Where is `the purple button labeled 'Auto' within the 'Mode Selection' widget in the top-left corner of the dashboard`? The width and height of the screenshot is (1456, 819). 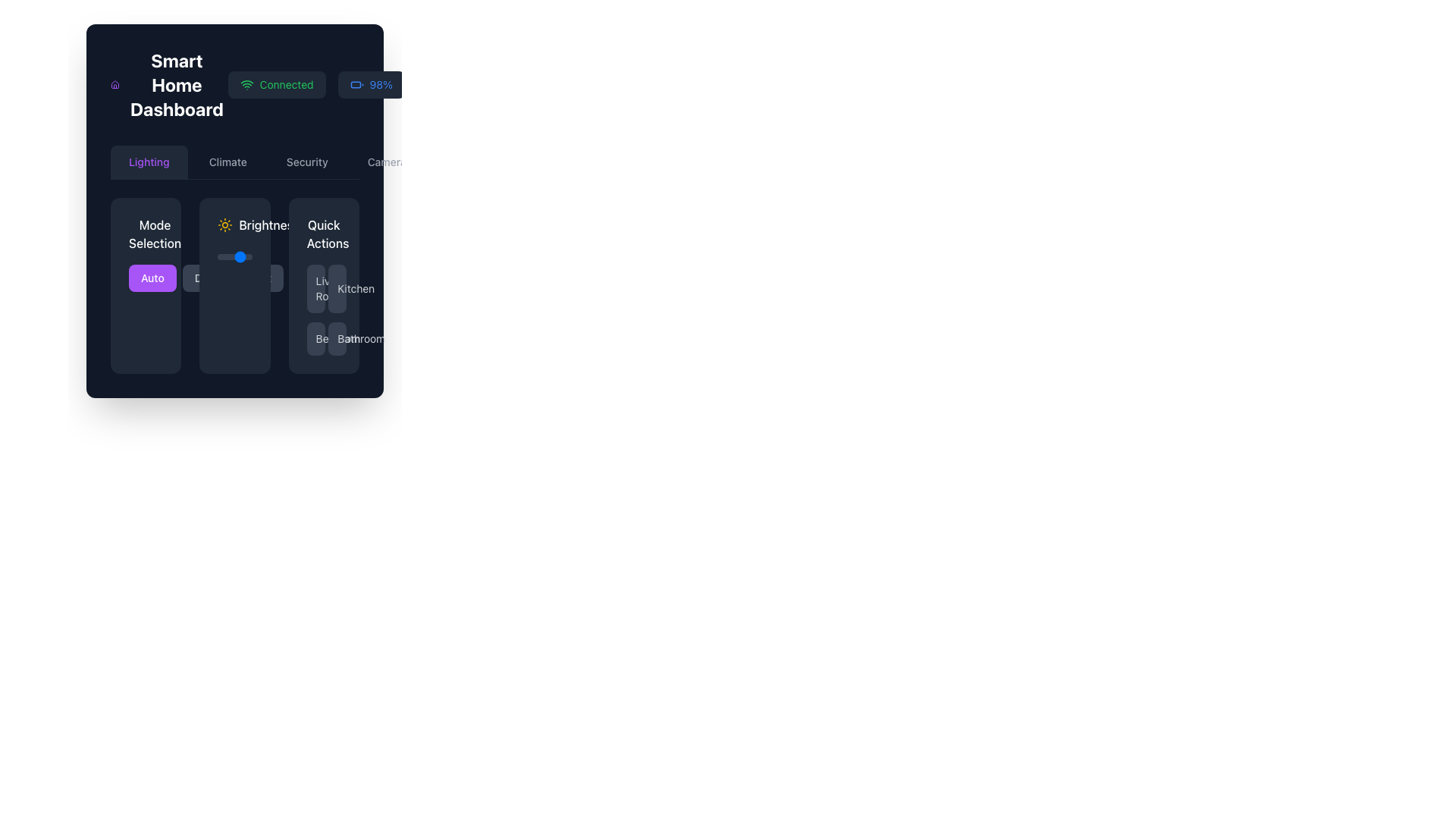
the purple button labeled 'Auto' within the 'Mode Selection' widget in the top-left corner of the dashboard is located at coordinates (146, 286).